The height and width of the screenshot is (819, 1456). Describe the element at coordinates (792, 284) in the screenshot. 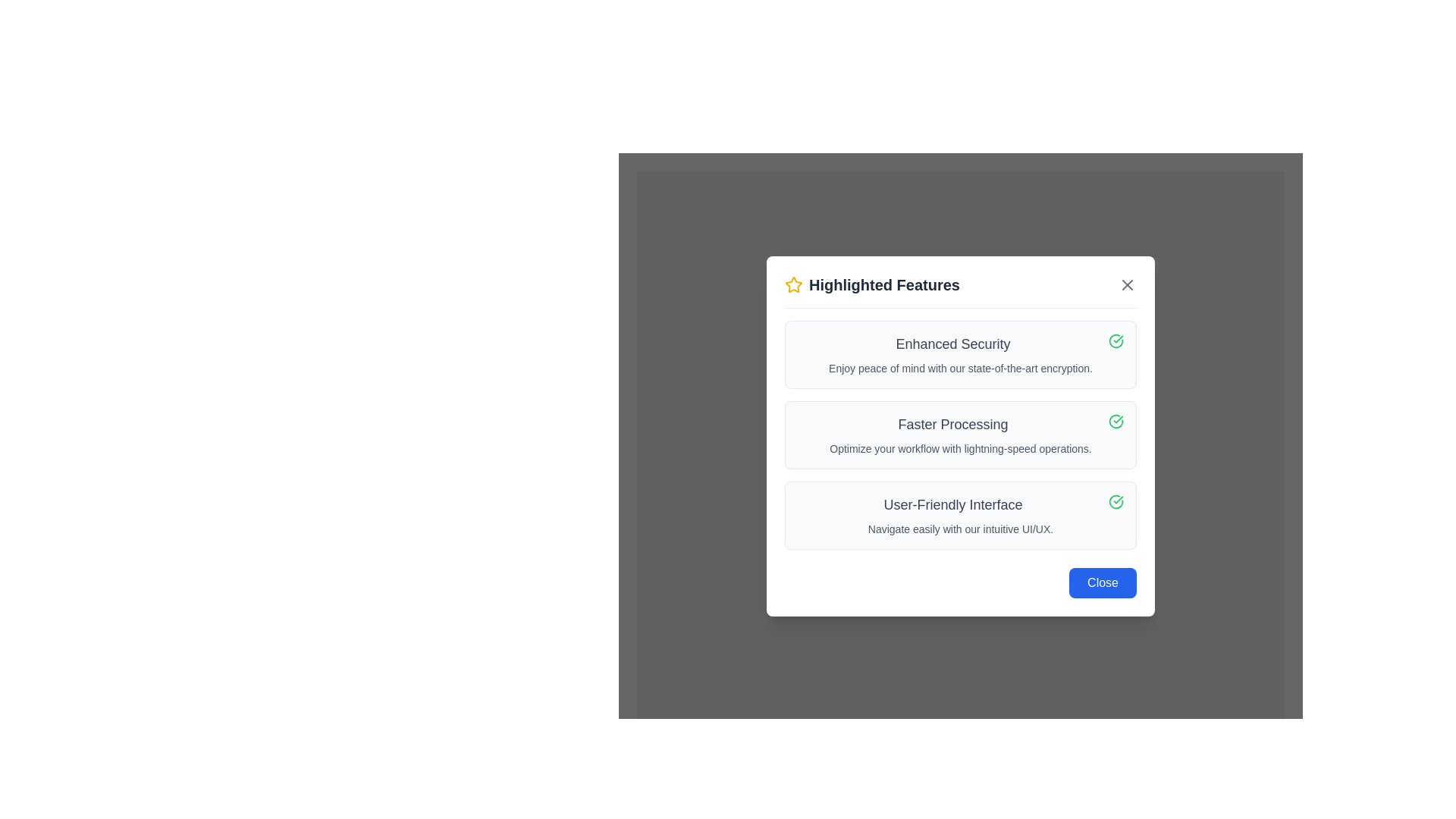

I see `the star icon in the 'Highlighted Features' modal window to signify importance and highlight special features` at that location.